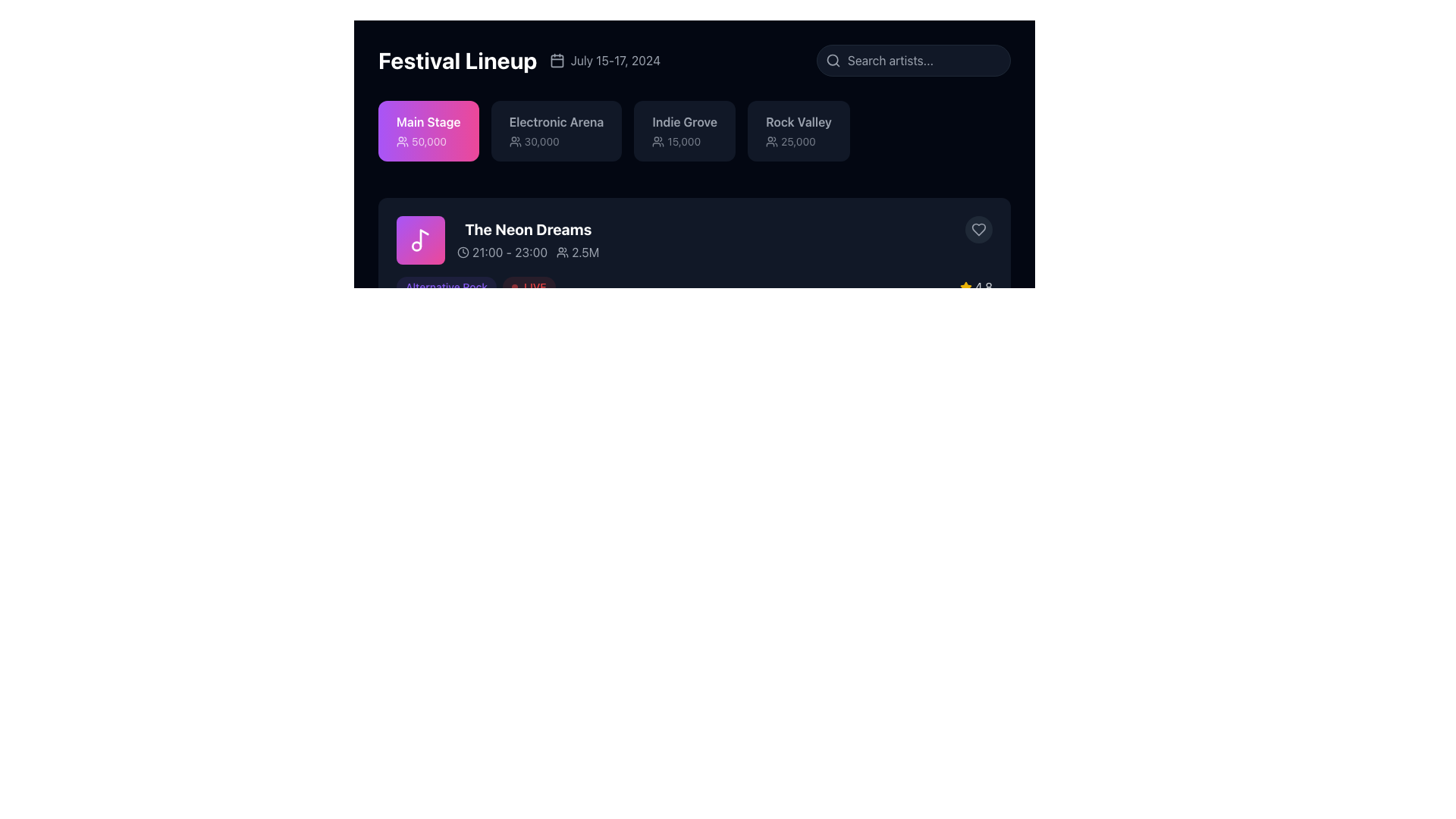 Image resolution: width=1456 pixels, height=819 pixels. What do you see at coordinates (556, 60) in the screenshot?
I see `the rounded rectangle calendar icon, which is styled with dimensions of 18x18 pixels and positioned near the 'Festival Lineup' text` at bounding box center [556, 60].